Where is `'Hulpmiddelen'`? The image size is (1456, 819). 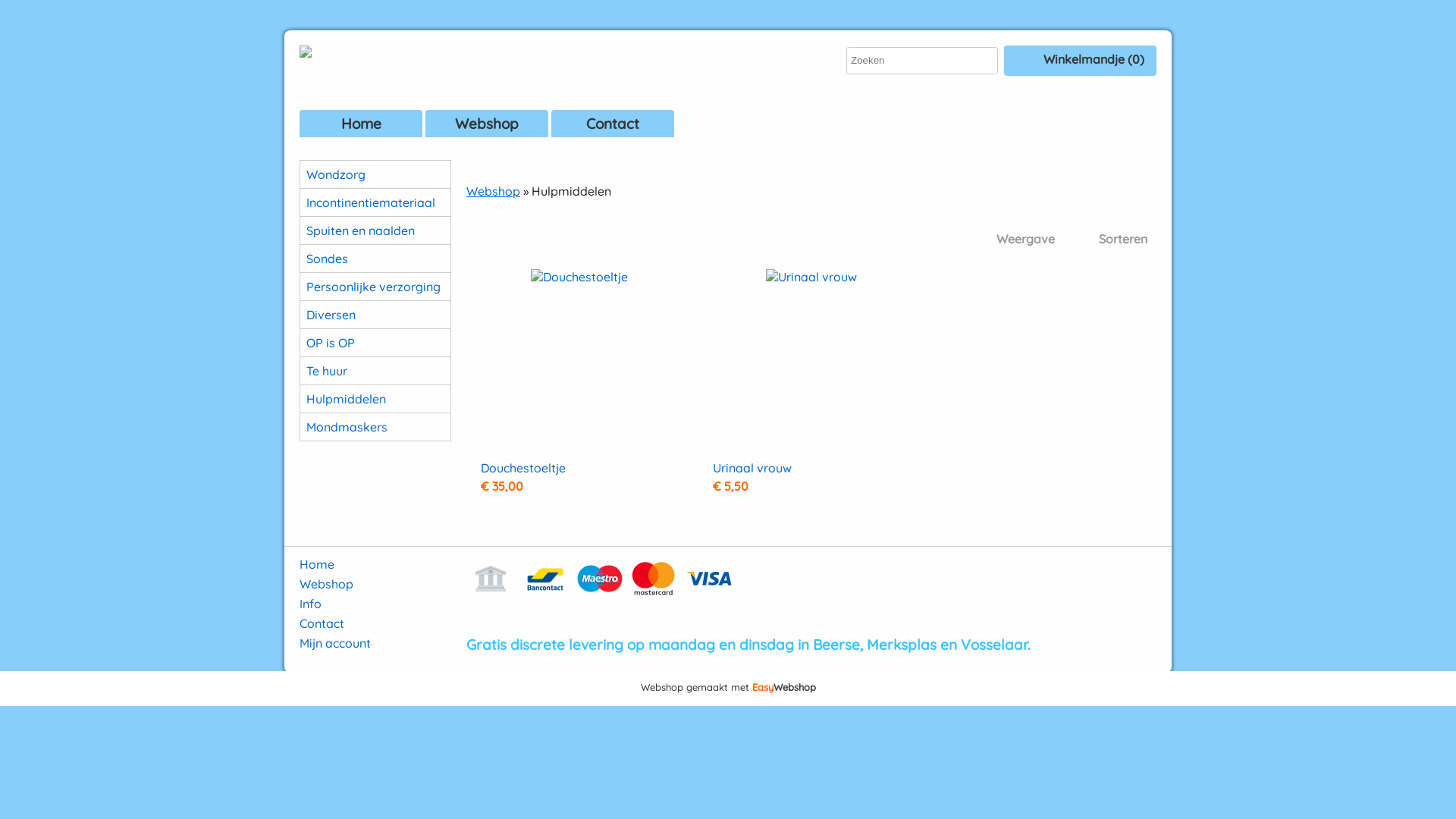
'Hulpmiddelen' is located at coordinates (375, 397).